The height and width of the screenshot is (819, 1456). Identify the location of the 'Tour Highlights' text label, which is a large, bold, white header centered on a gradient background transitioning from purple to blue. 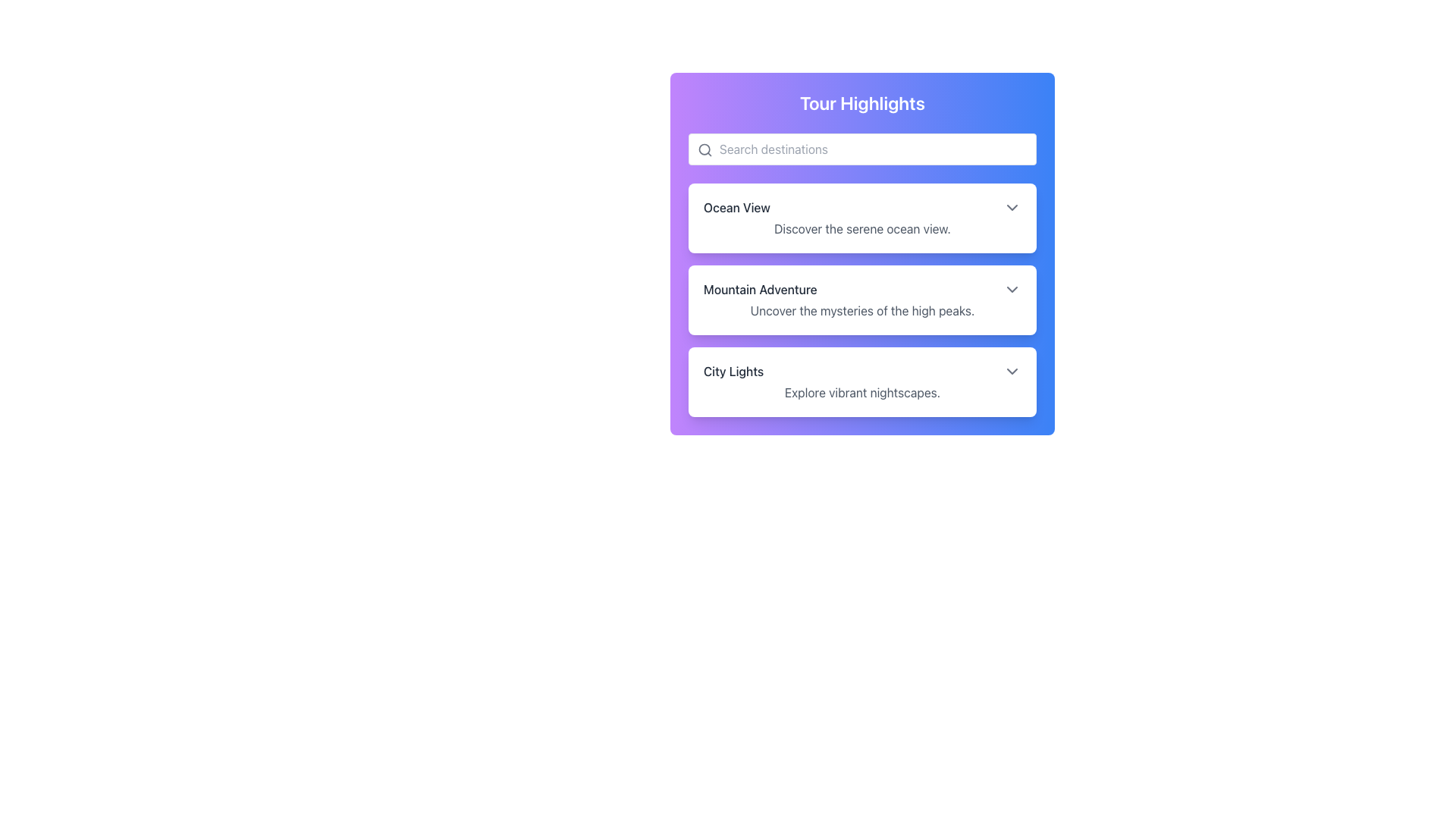
(862, 102).